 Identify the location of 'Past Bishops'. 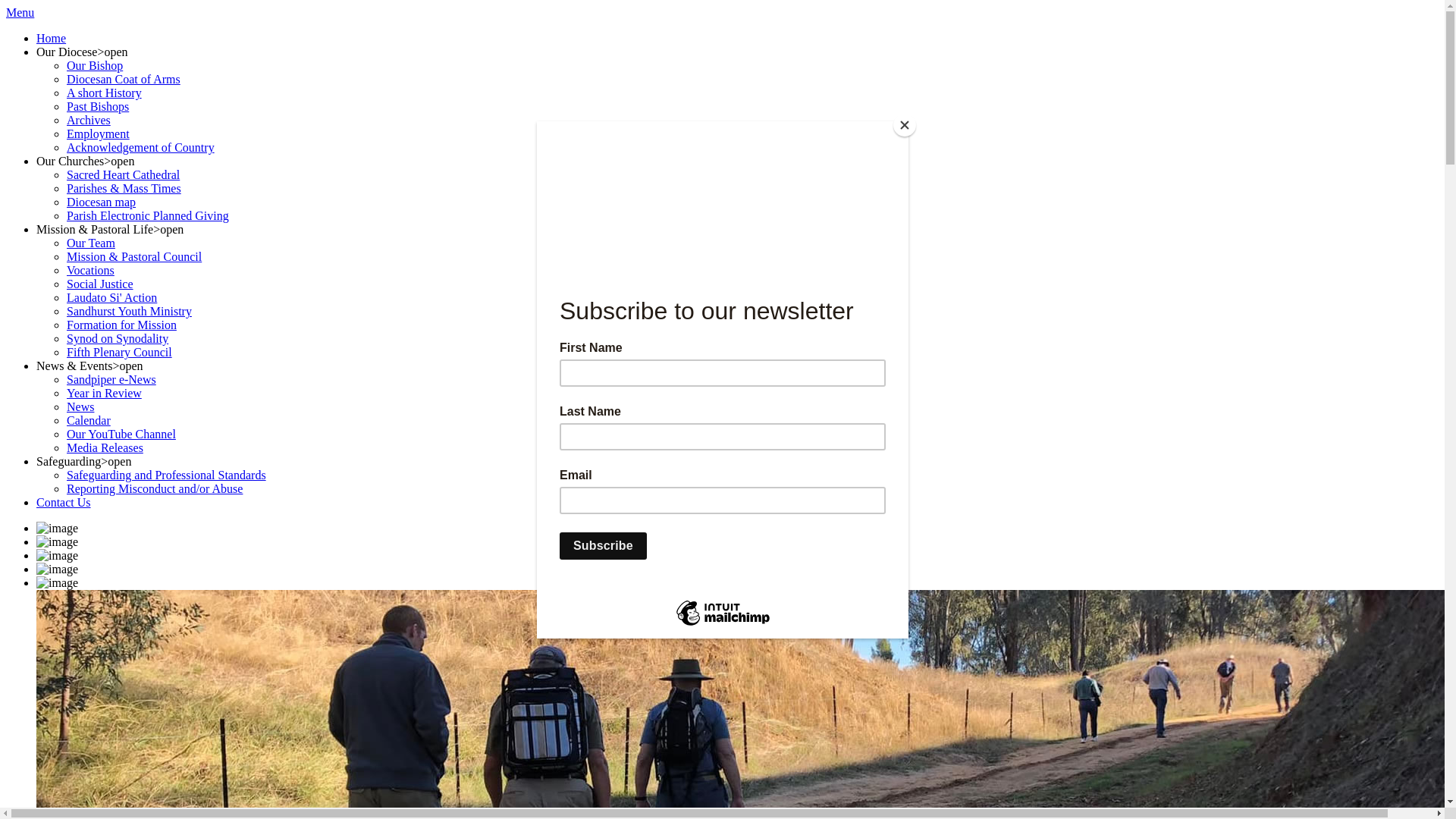
(97, 105).